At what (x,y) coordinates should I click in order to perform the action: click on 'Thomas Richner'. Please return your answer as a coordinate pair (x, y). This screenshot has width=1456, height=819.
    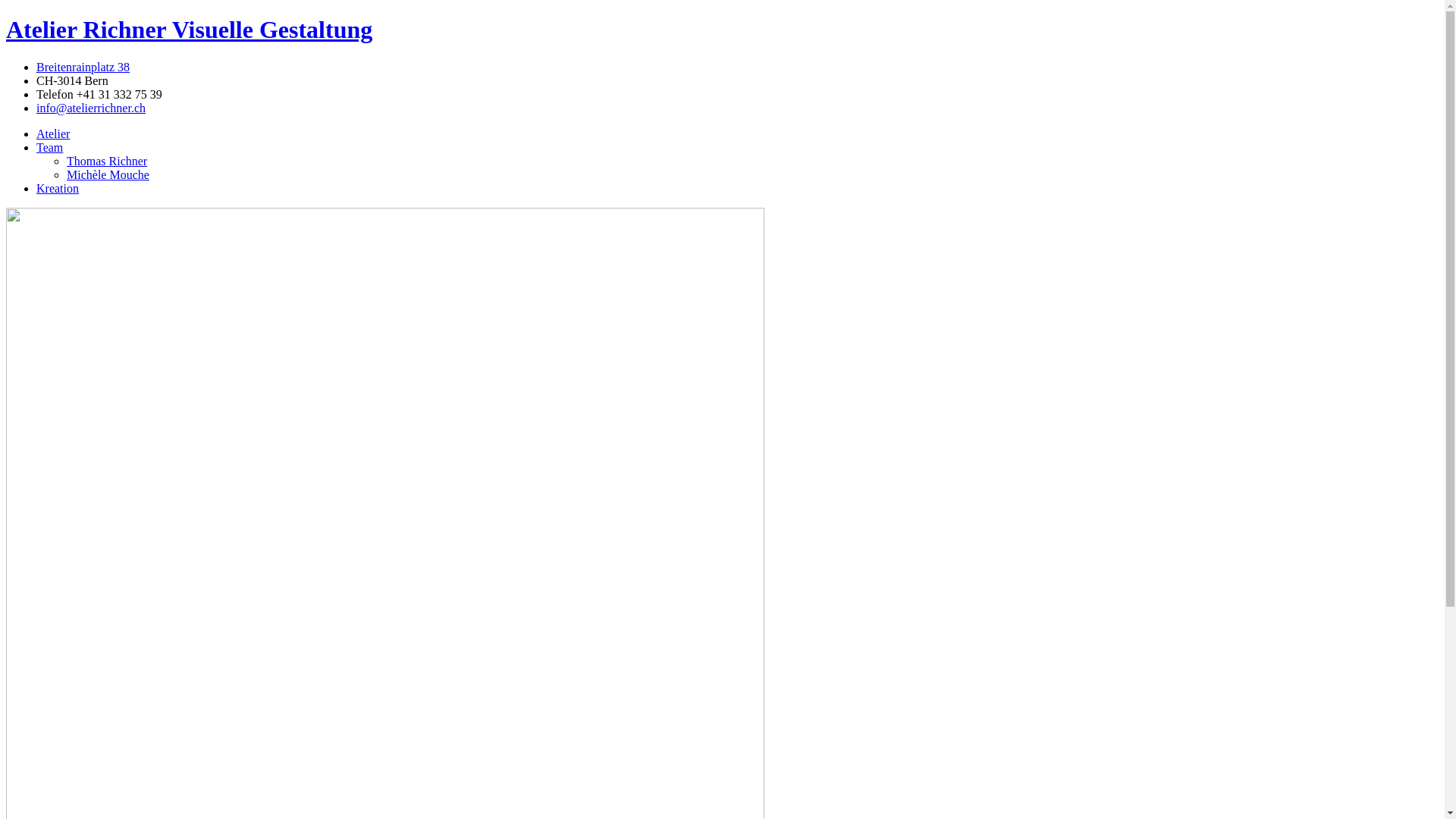
    Looking at the image, I should click on (105, 161).